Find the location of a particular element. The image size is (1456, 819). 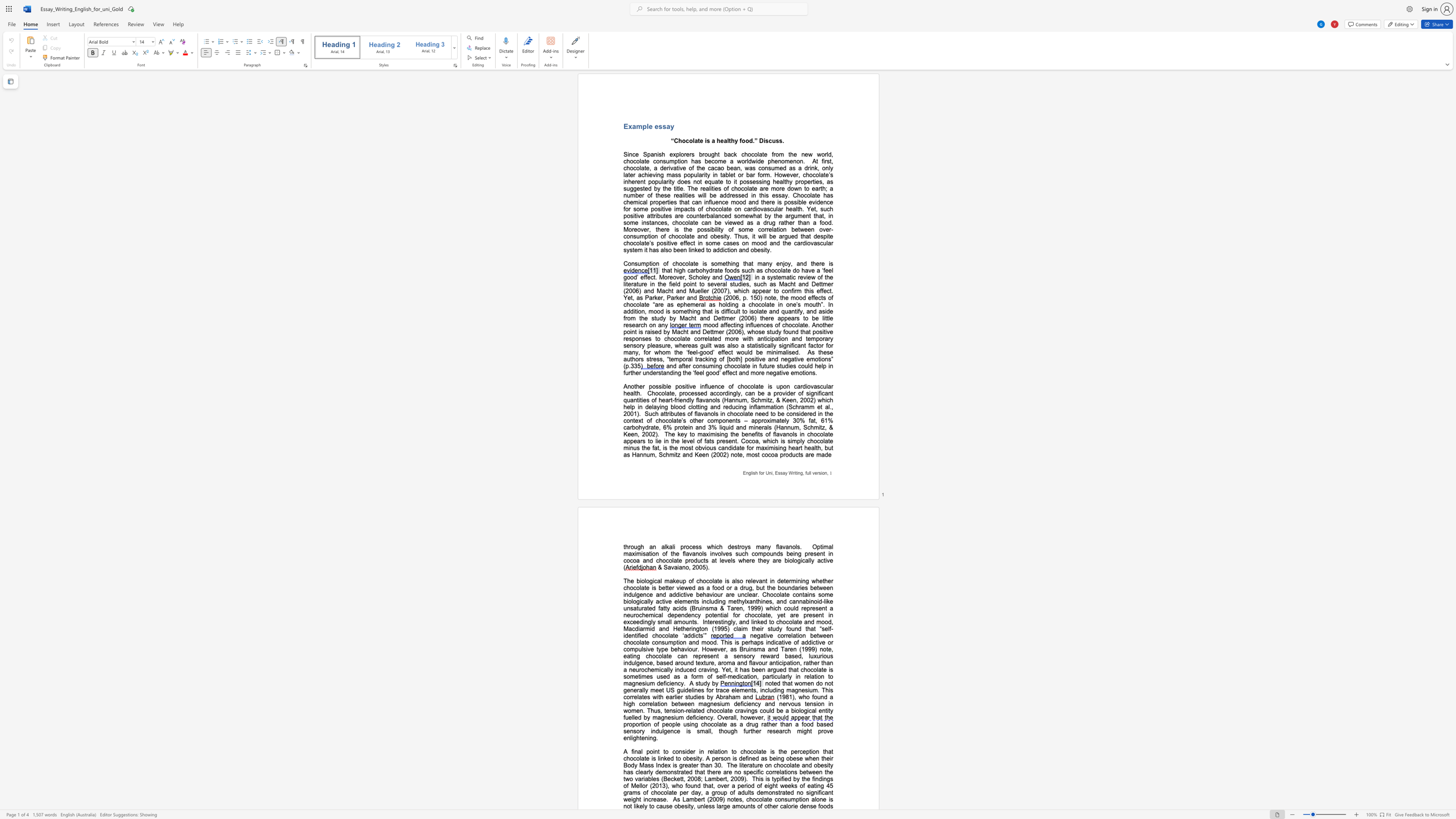

the subset text "o cause obesity" within the text "As Lambert (2009) notes, chocolate consumption alone is not likely to cause obesity, unless" is located at coordinates (650, 806).